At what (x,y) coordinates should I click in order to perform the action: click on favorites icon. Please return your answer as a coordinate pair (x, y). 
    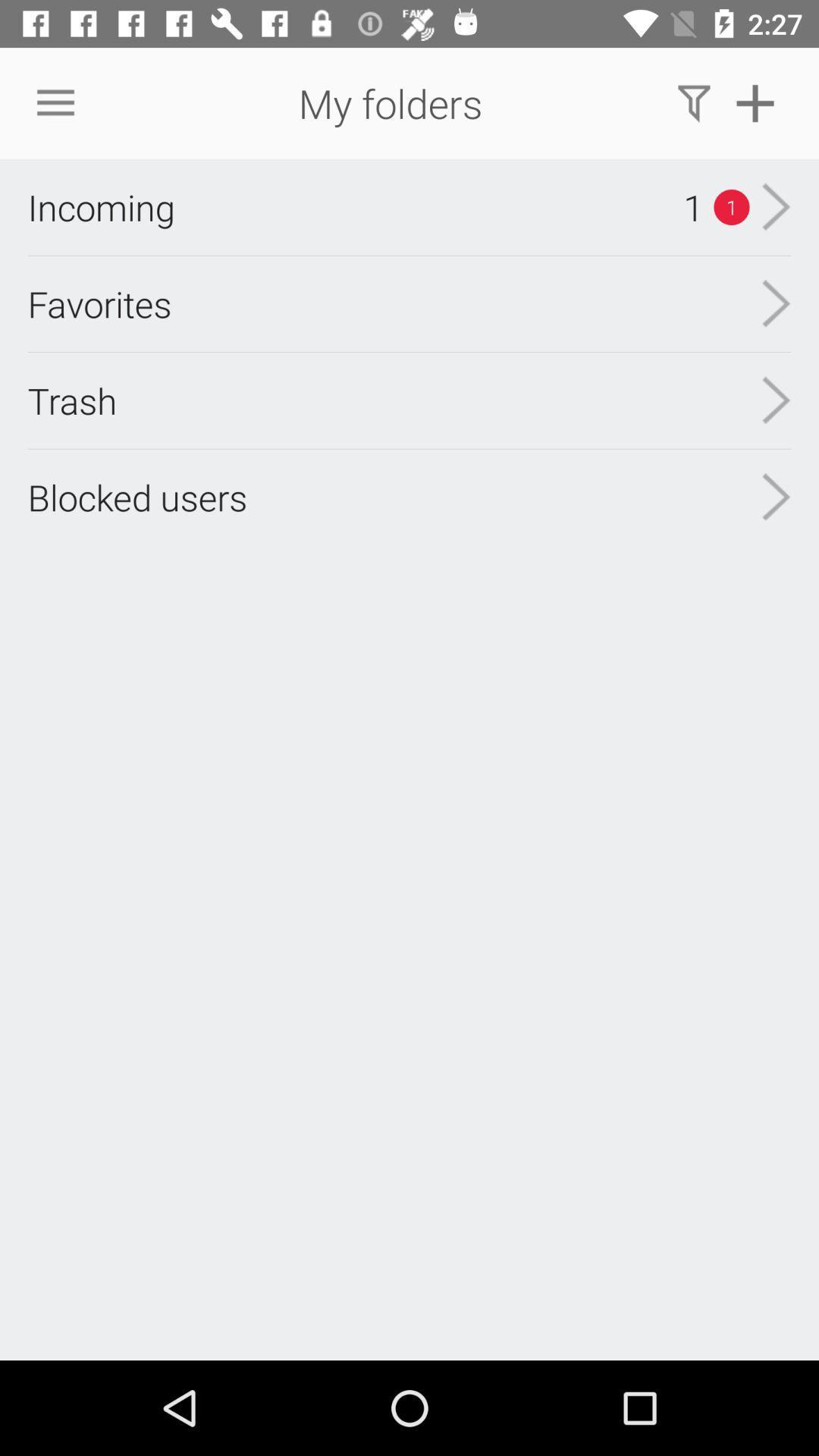
    Looking at the image, I should click on (99, 303).